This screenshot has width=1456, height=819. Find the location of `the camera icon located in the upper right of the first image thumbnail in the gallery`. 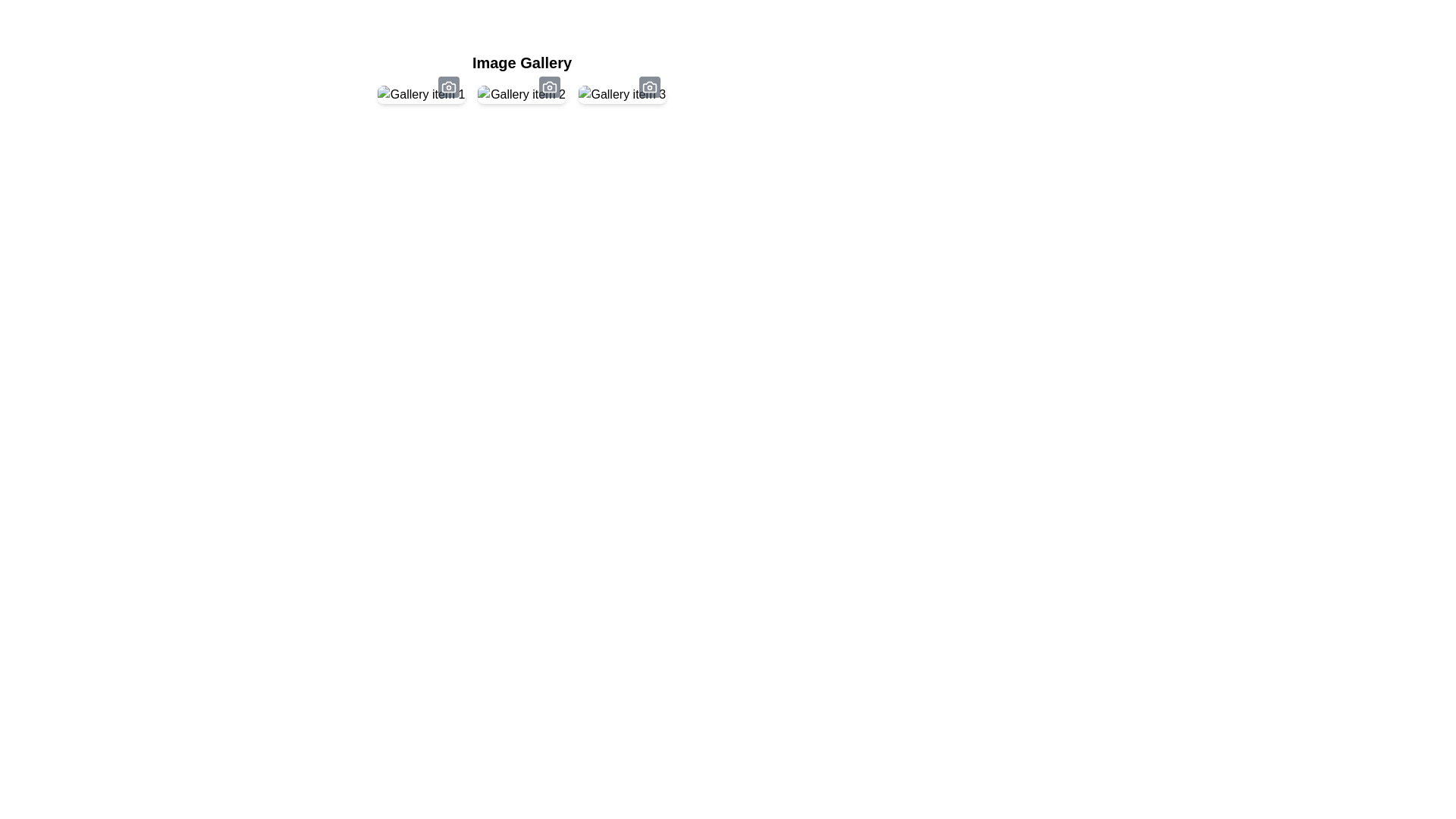

the camera icon located in the upper right of the first image thumbnail in the gallery is located at coordinates (448, 87).